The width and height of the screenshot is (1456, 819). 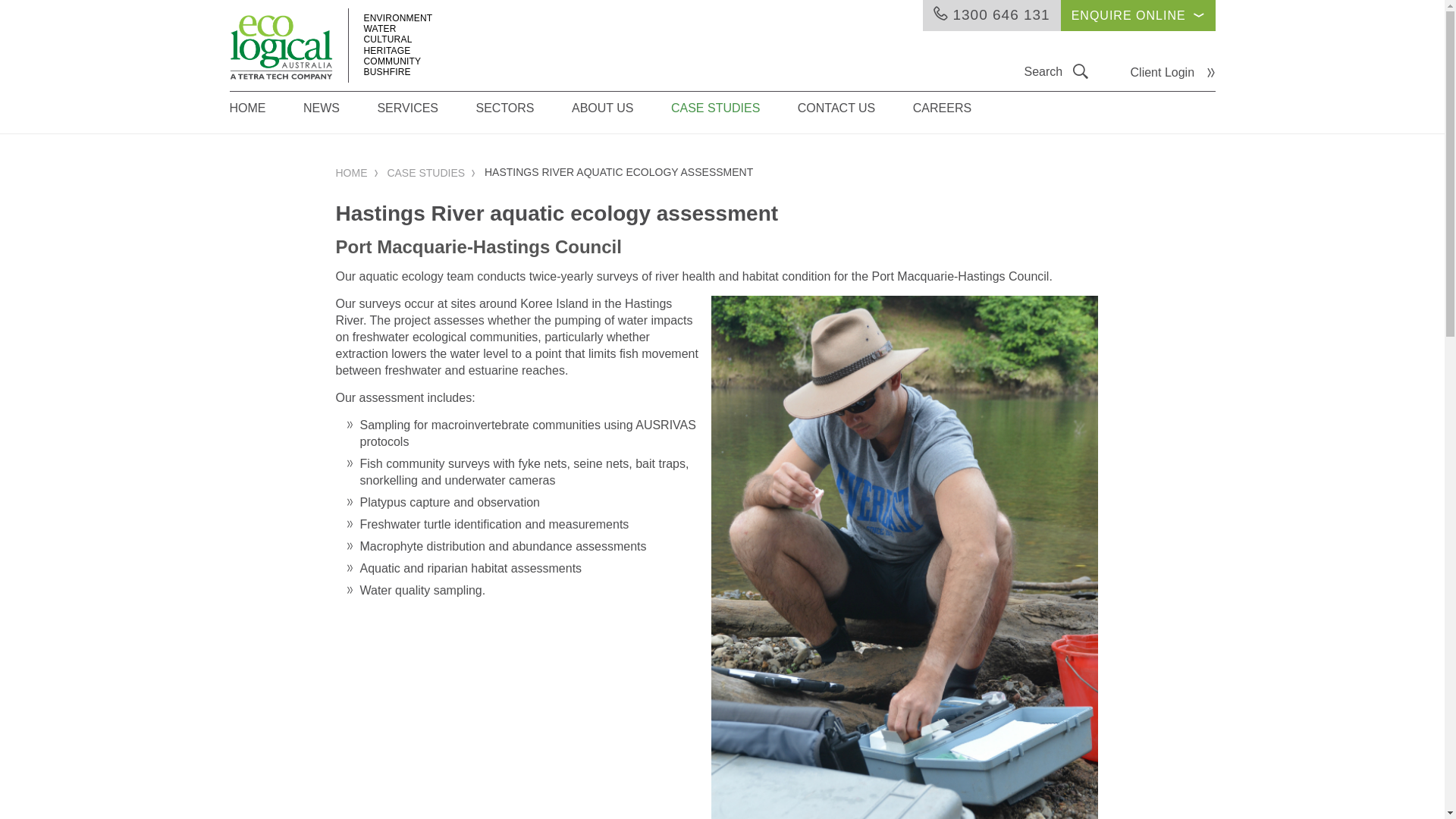 I want to click on 'ENQUIRE ONLINE', so click(x=1059, y=15).